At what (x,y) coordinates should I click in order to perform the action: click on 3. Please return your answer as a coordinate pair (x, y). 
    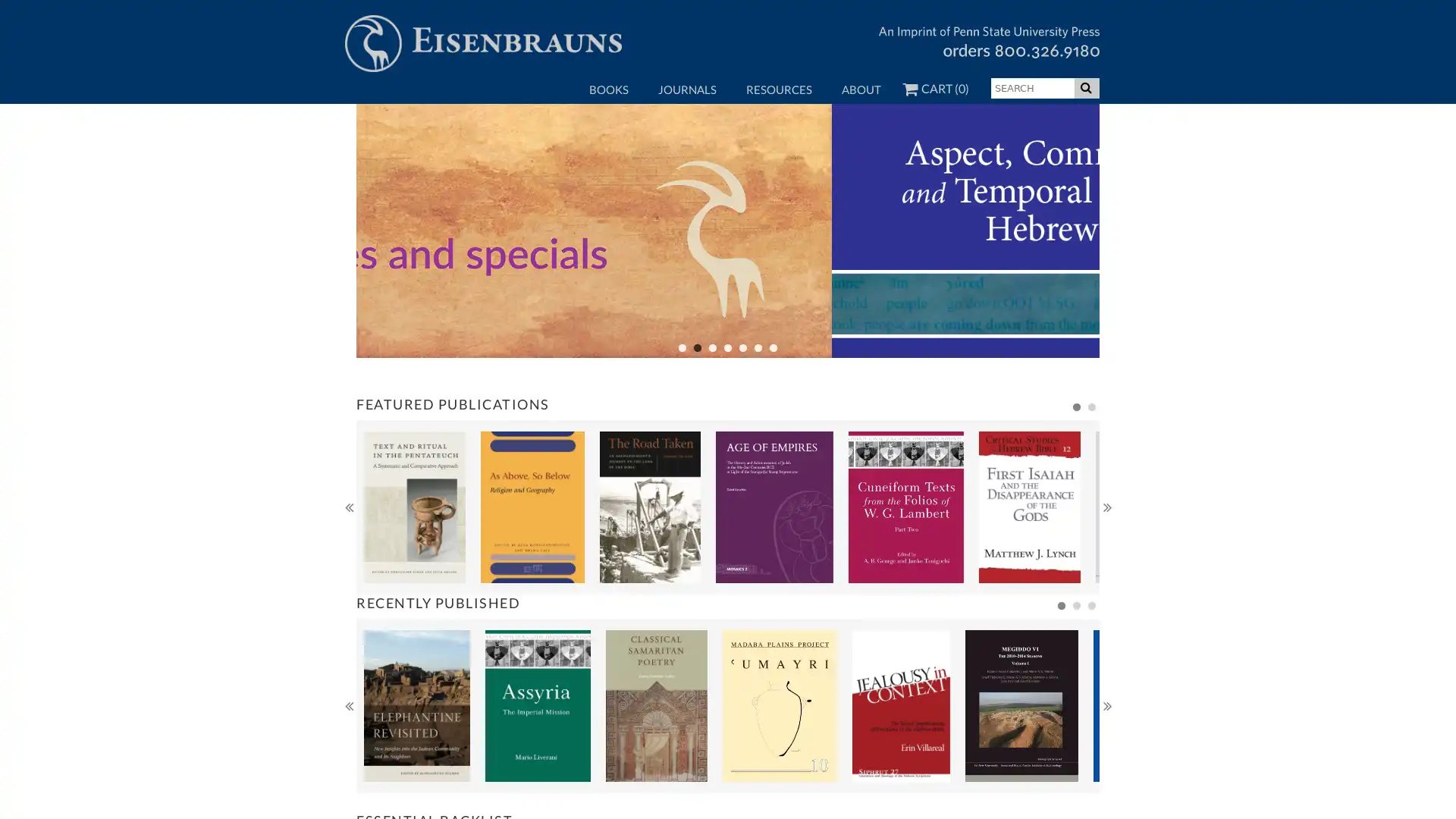
    Looking at the image, I should click on (712, 405).